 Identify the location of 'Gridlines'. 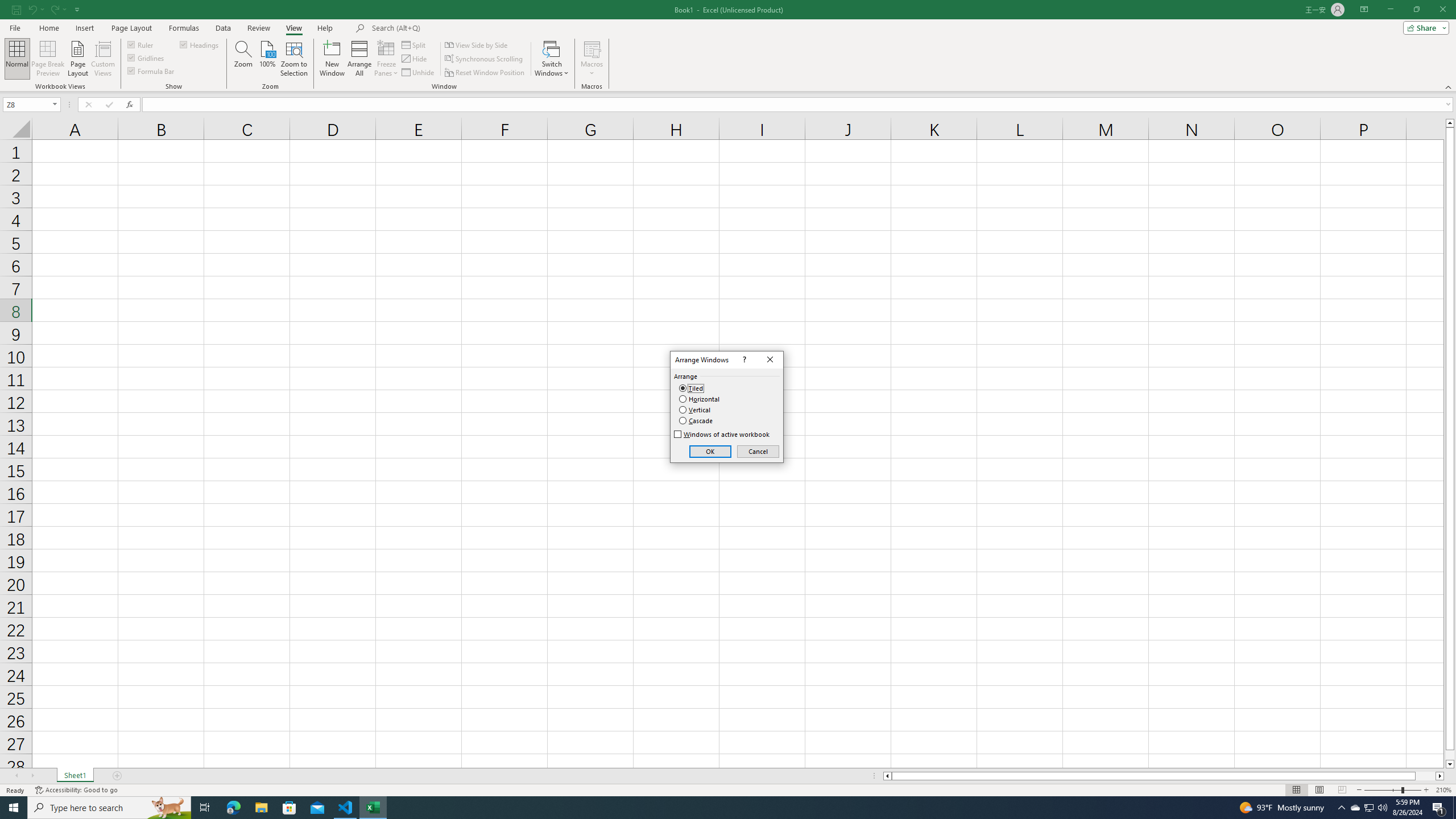
(146, 56).